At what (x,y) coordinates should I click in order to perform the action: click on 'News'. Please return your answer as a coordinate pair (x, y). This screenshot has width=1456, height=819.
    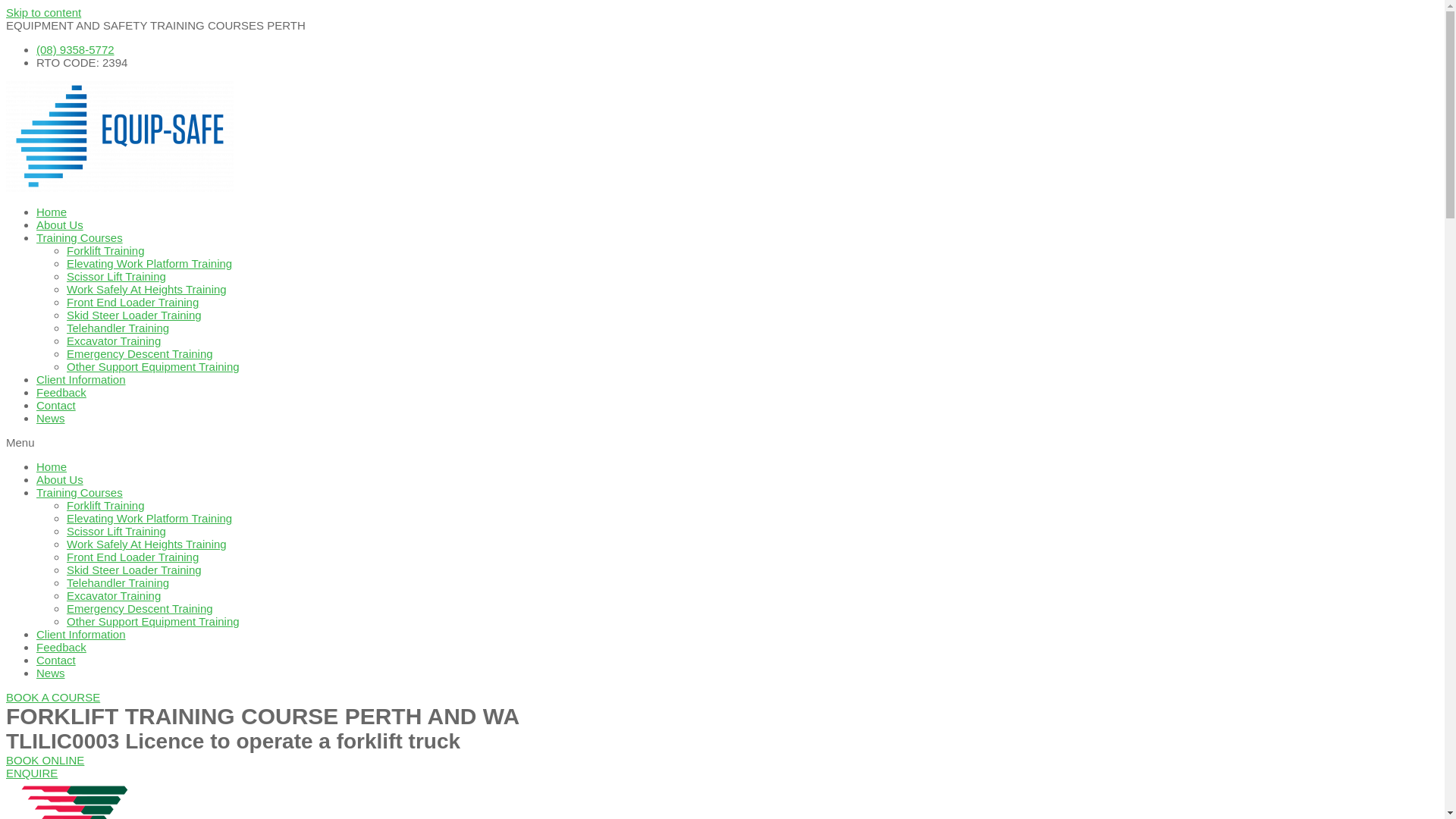
    Looking at the image, I should click on (51, 672).